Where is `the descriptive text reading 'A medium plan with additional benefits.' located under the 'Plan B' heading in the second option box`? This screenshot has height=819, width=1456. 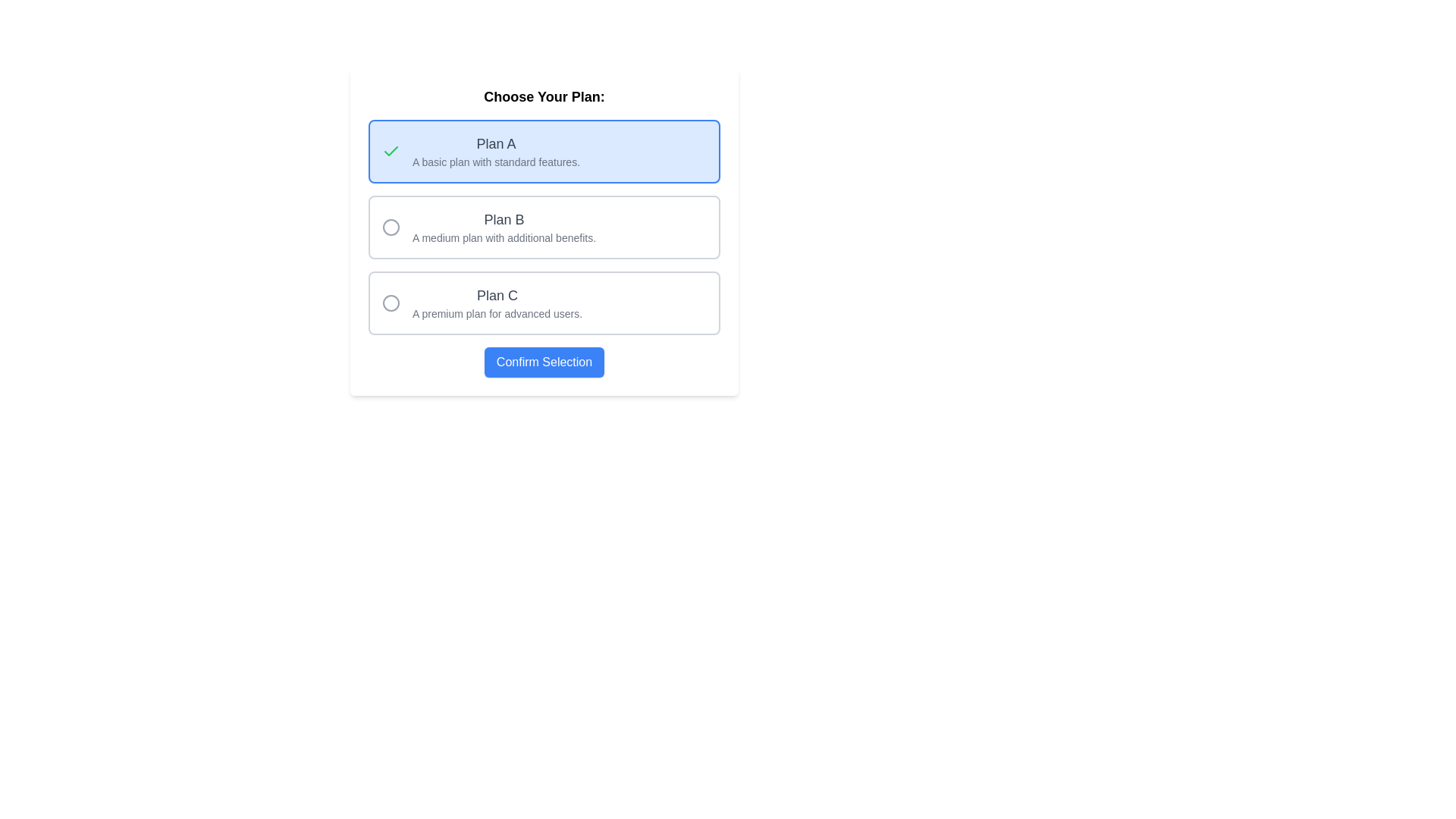 the descriptive text reading 'A medium plan with additional benefits.' located under the 'Plan B' heading in the second option box is located at coordinates (504, 237).